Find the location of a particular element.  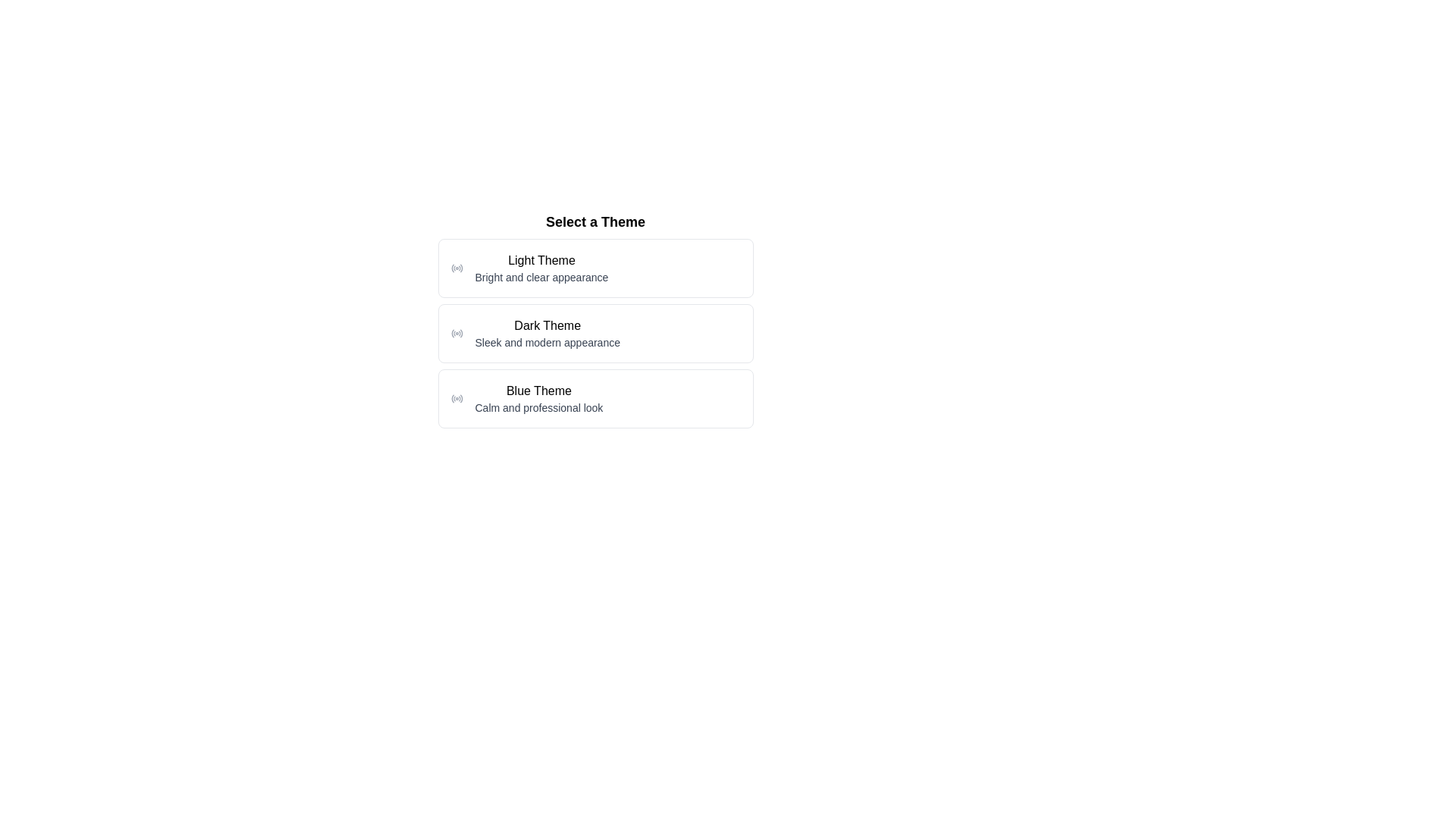

the static text label that reads 'Sleek and modern appearance', located below the 'Dark Theme' title in the card layout is located at coordinates (547, 342).